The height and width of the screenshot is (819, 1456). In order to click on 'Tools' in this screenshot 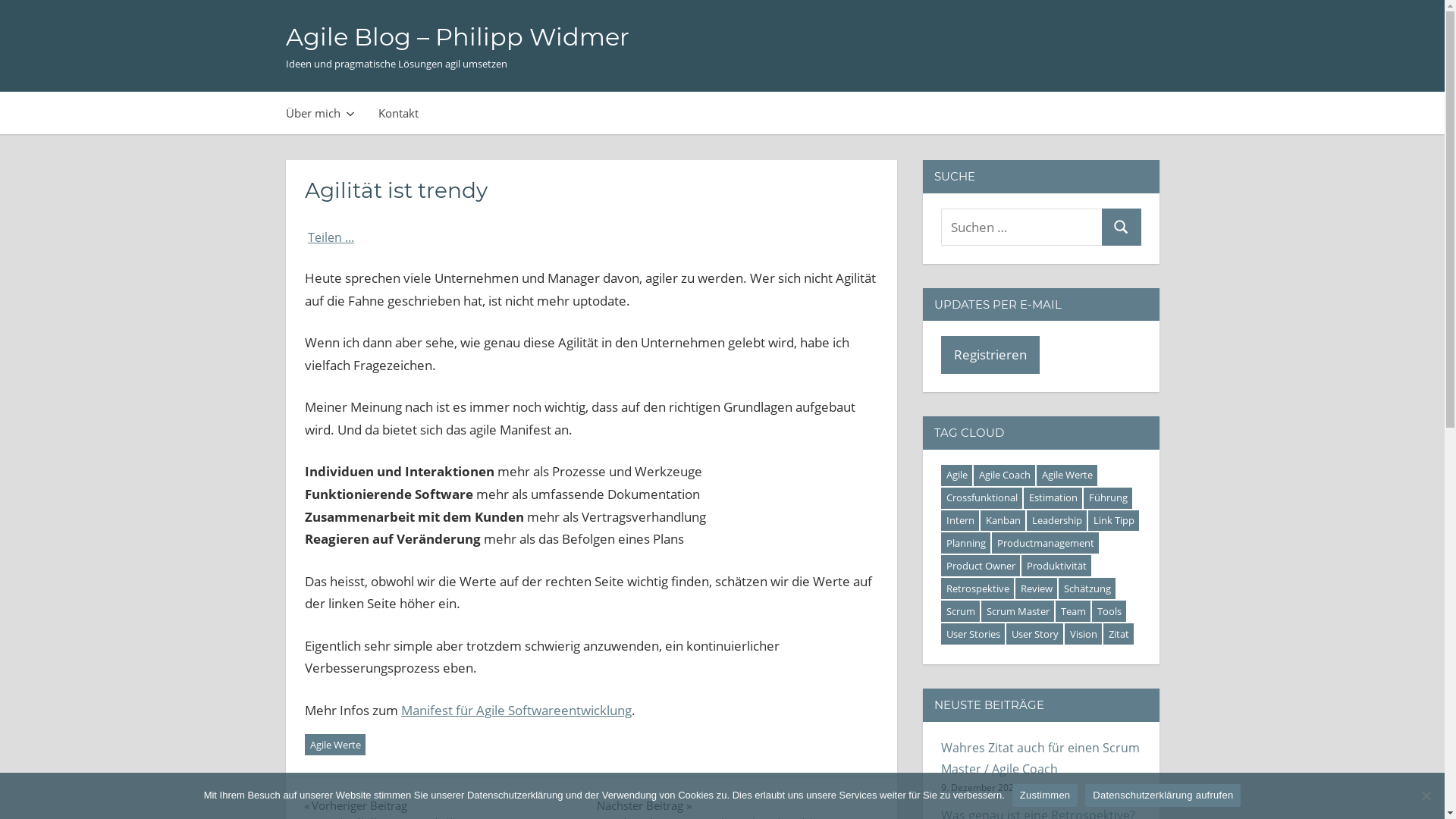, I will do `click(1109, 610)`.